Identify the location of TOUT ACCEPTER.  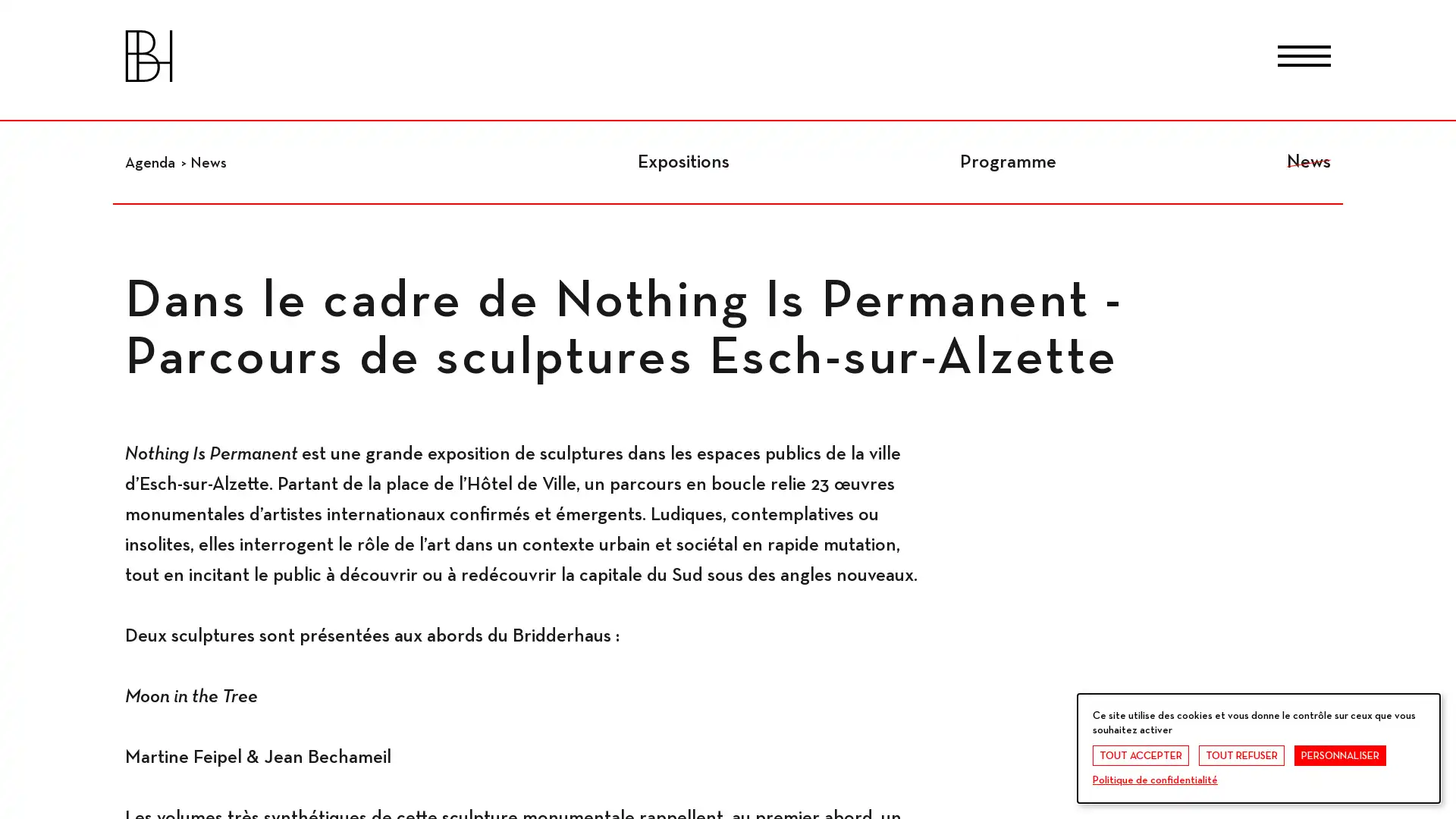
(1141, 755).